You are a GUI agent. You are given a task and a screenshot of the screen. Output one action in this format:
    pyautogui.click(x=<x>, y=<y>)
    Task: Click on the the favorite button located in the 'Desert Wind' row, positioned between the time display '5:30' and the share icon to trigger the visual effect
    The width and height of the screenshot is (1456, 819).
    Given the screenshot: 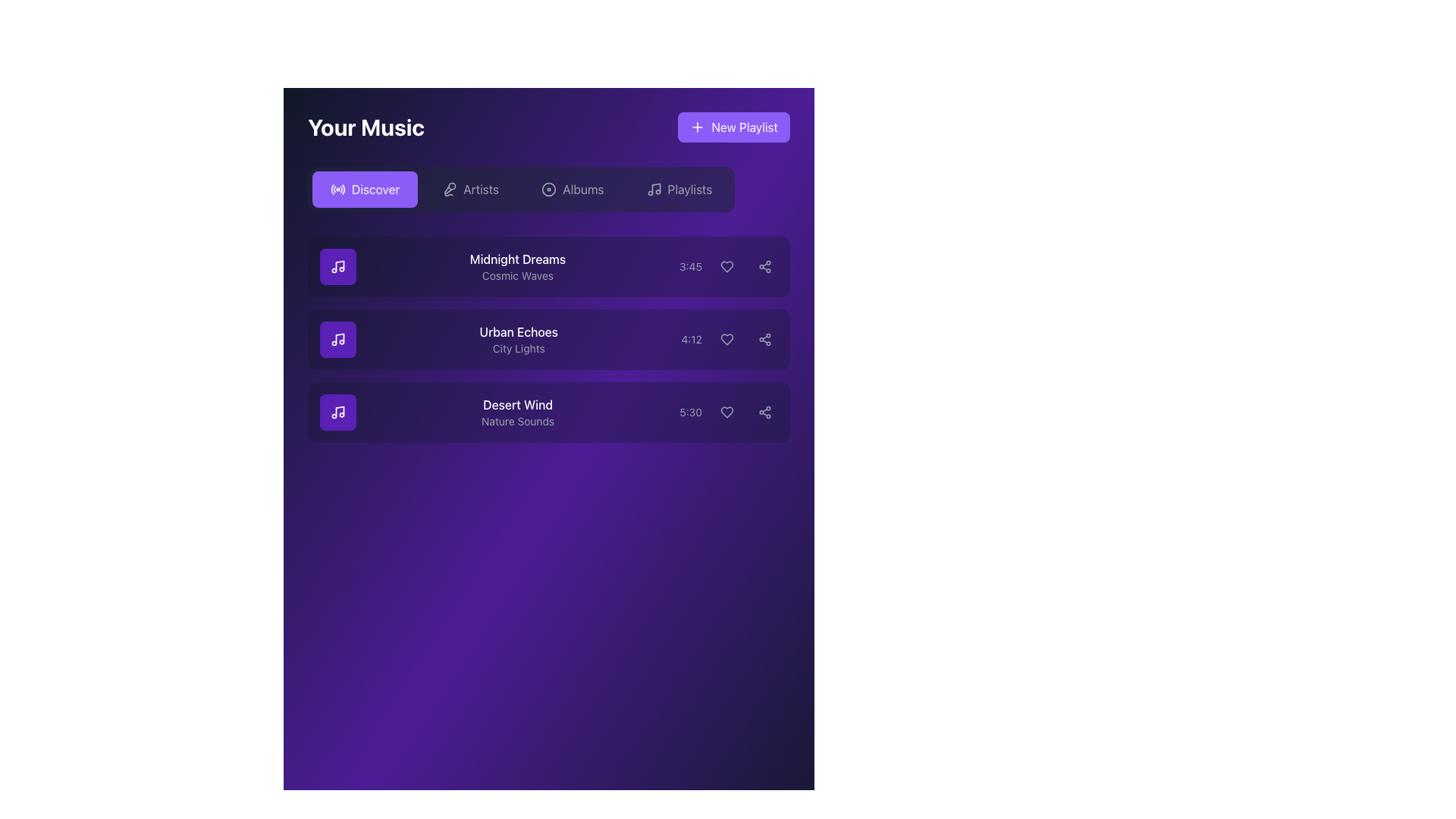 What is the action you would take?
    pyautogui.click(x=726, y=412)
    